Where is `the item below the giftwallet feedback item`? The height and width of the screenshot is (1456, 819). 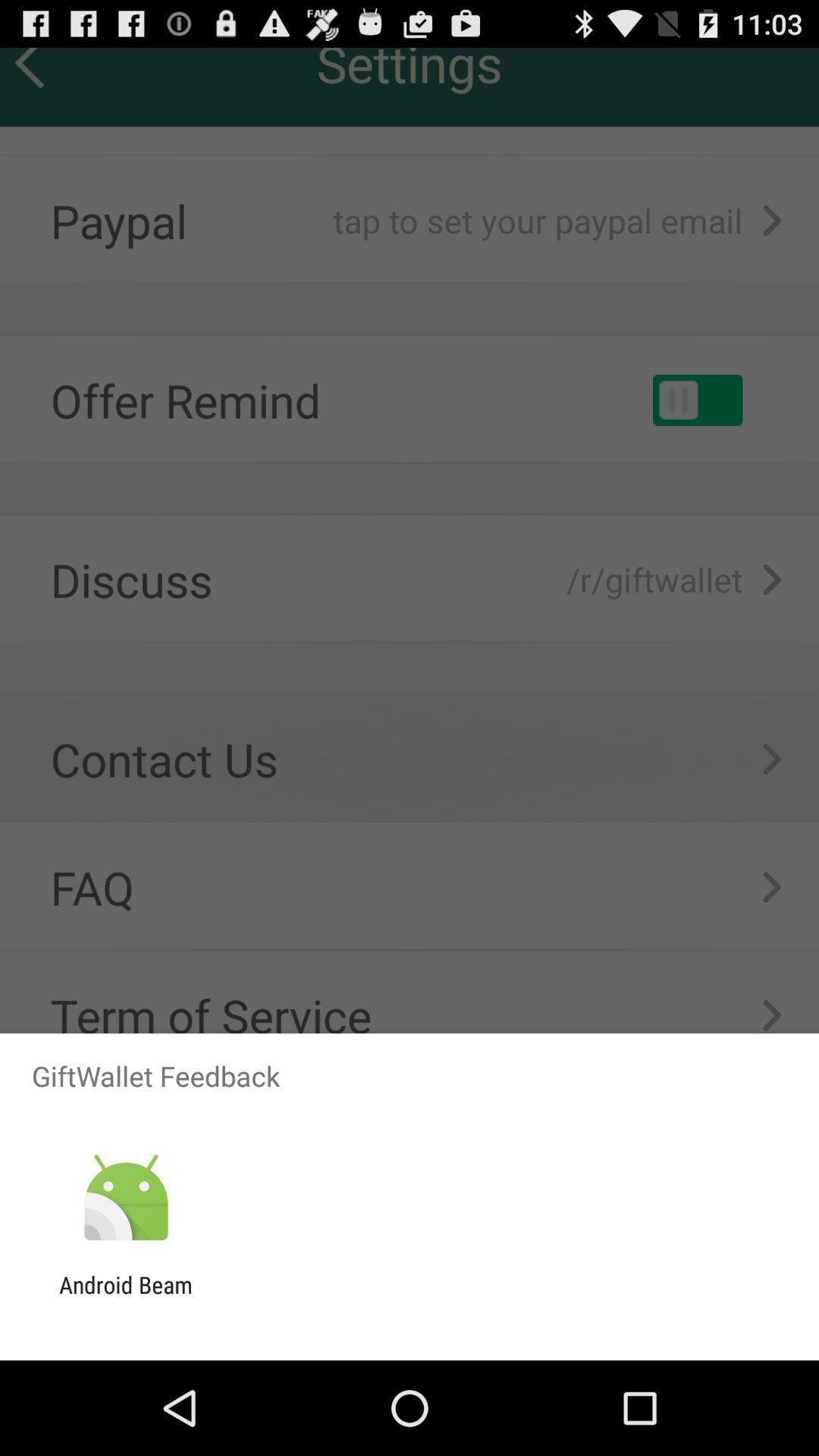 the item below the giftwallet feedback item is located at coordinates (125, 1197).